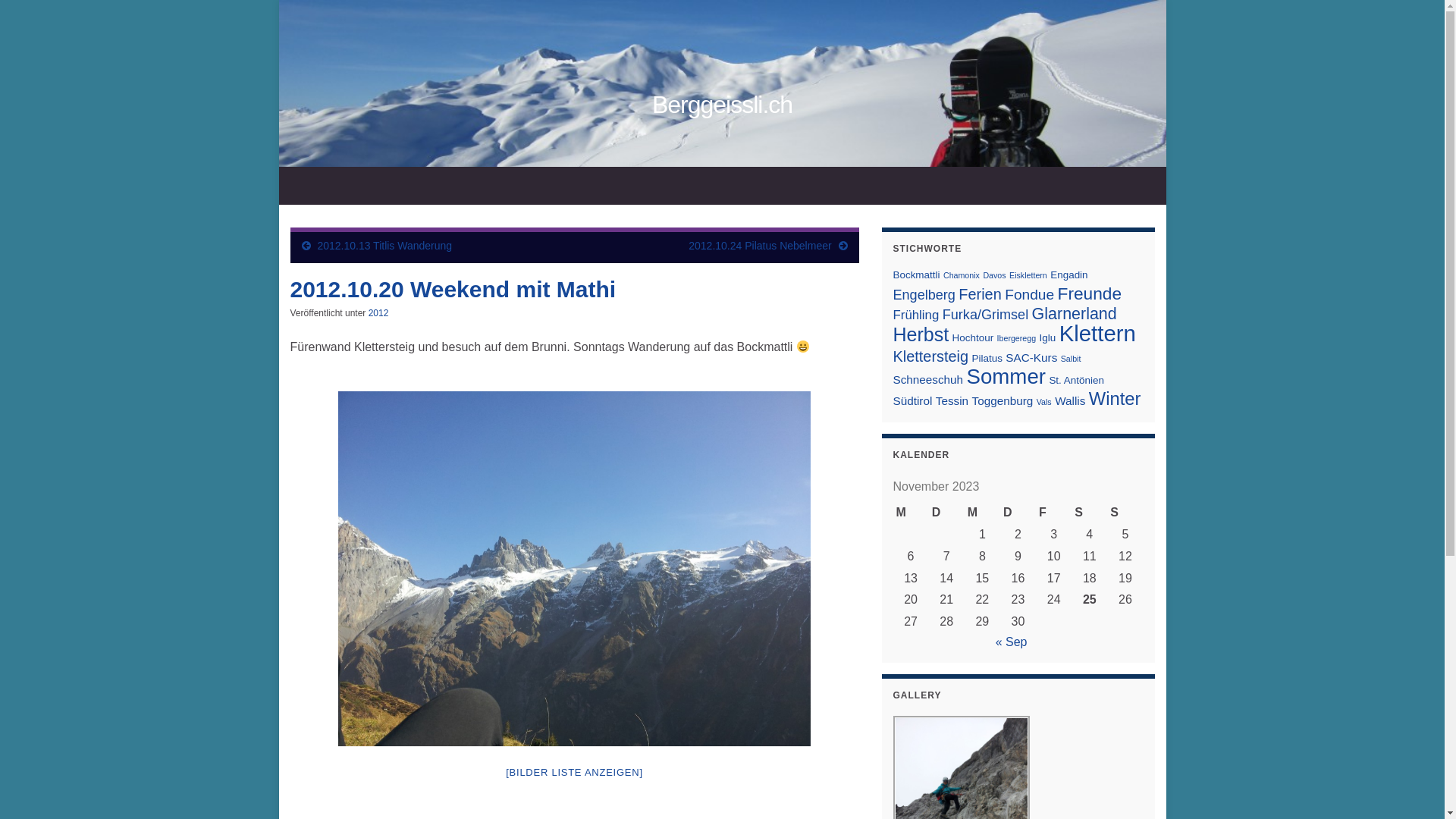 This screenshot has height=819, width=1456. Describe the element at coordinates (951, 400) in the screenshot. I see `'Tessin'` at that location.